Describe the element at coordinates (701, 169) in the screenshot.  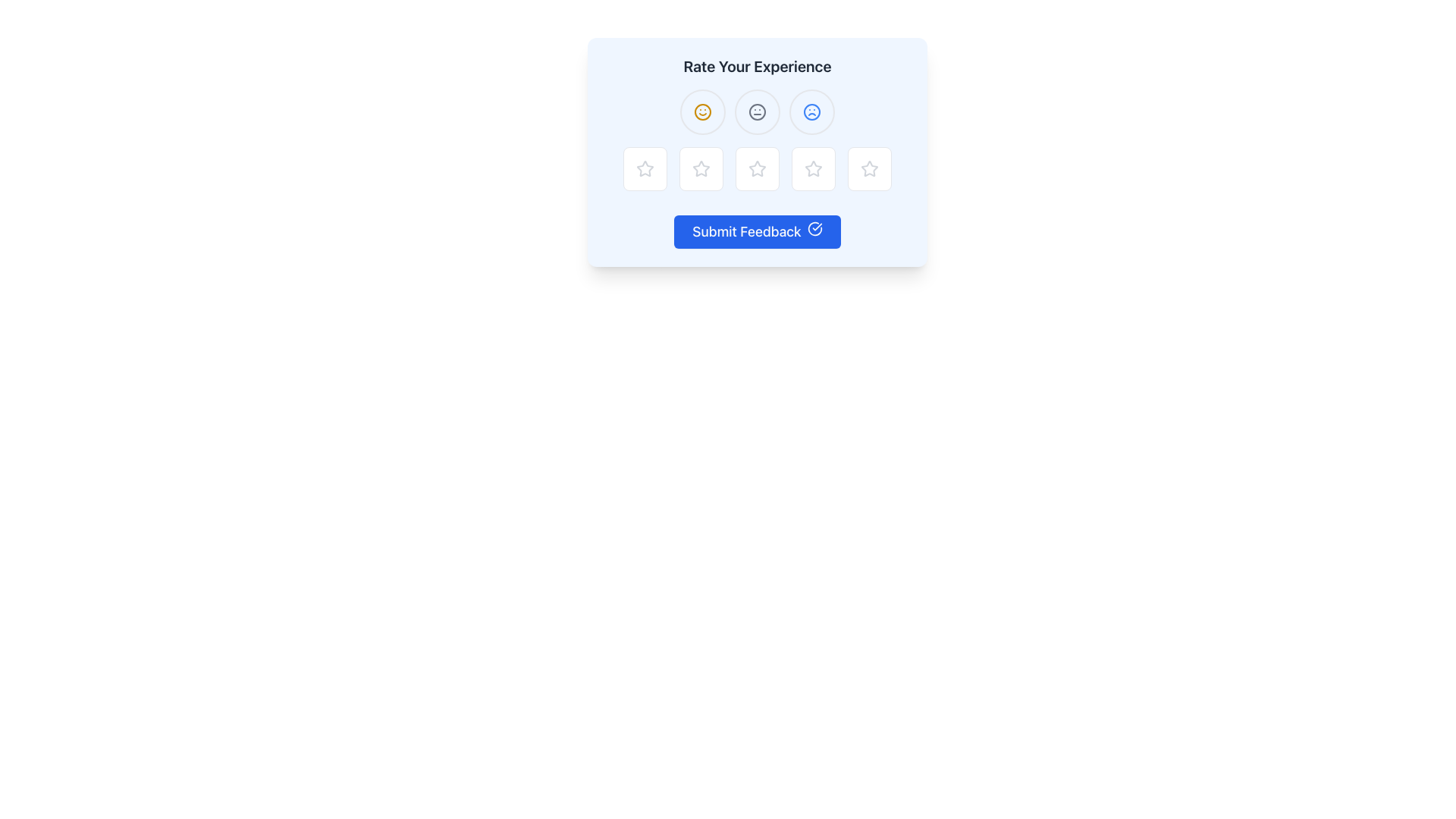
I see `the second star icon in the group of five outlined star icons, which is styled in light gray, located beneath the emoji-like icons representing user sentiment` at that location.